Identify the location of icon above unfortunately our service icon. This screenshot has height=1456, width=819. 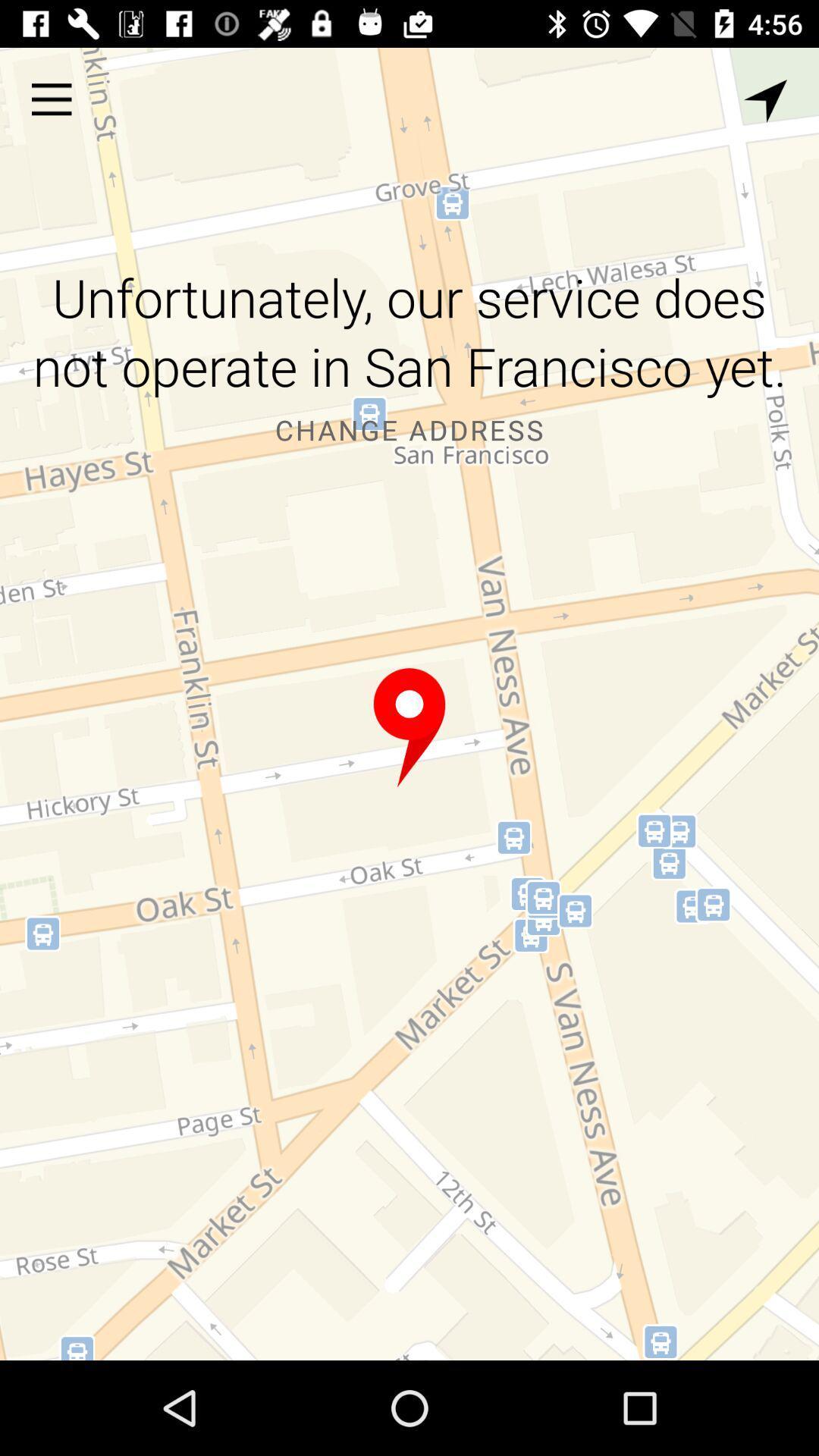
(51, 99).